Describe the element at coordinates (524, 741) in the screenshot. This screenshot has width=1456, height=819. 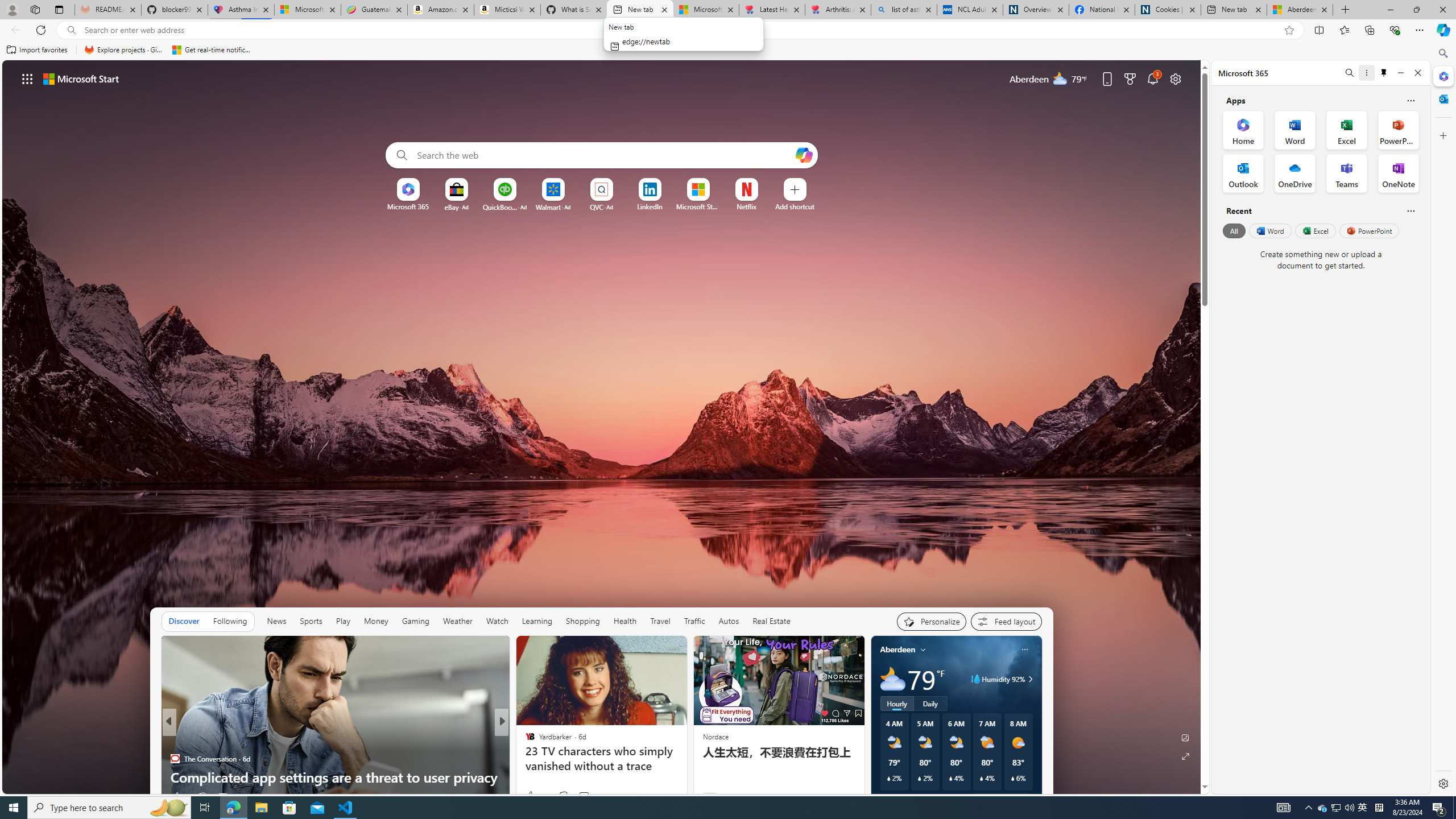
I see `'The Washington Post'` at that location.